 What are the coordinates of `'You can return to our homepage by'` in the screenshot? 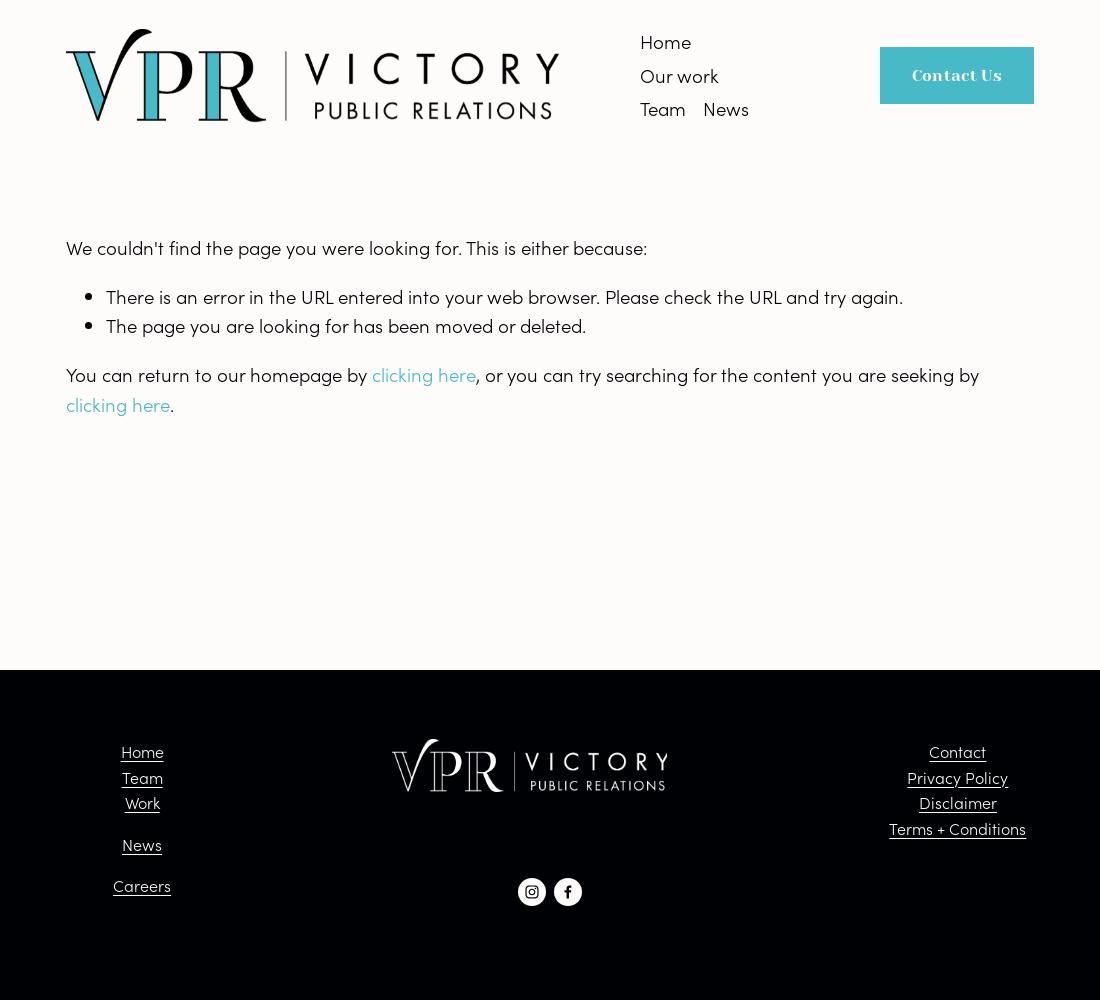 It's located at (219, 372).